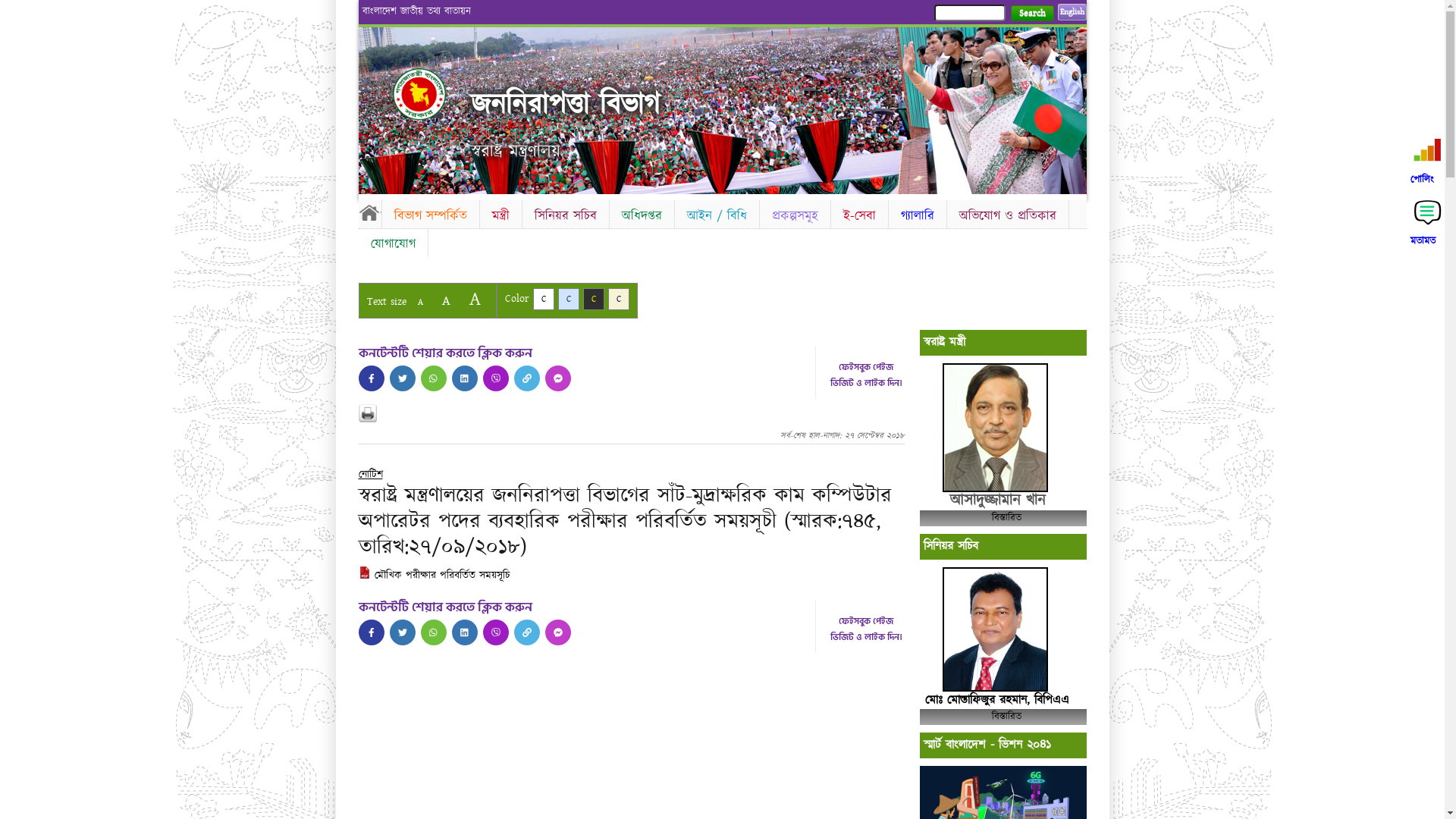  What do you see at coordinates (592, 299) in the screenshot?
I see `'C'` at bounding box center [592, 299].